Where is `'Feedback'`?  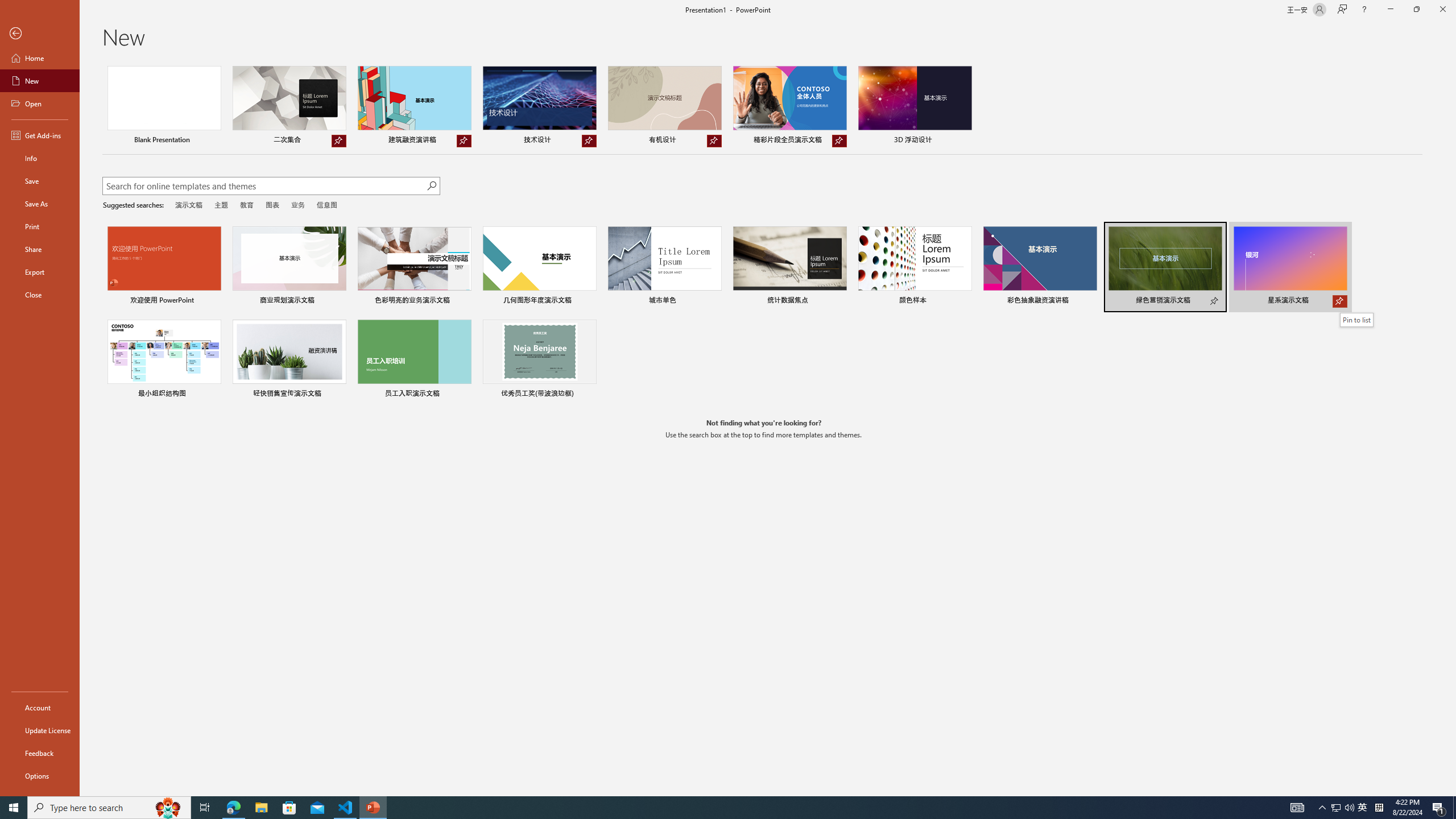
'Feedback' is located at coordinates (39, 753).